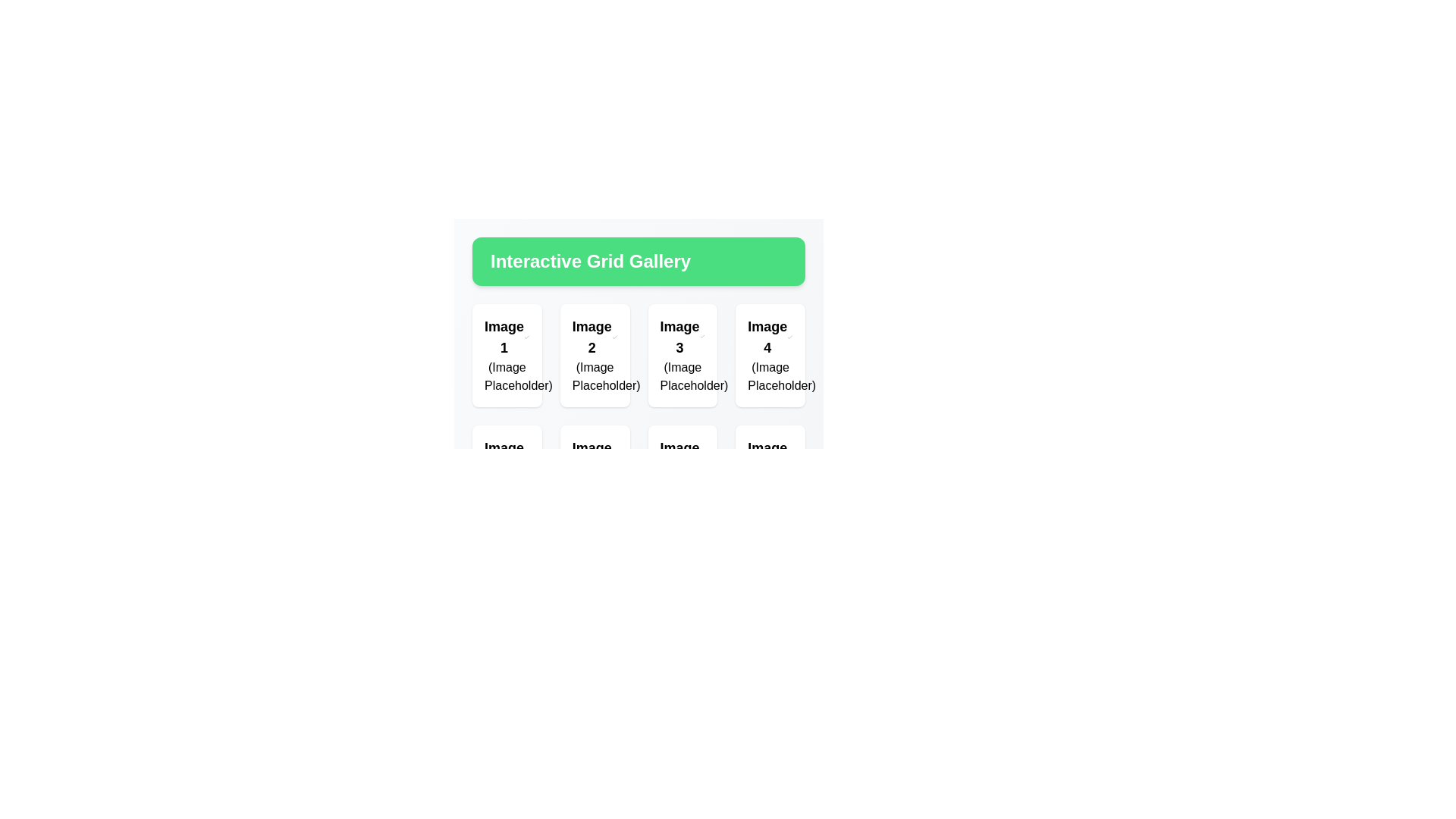 This screenshot has height=819, width=1456. What do you see at coordinates (590, 260) in the screenshot?
I see `title text element located horizontally centered near the top of the green rectangular section above the gallery grid` at bounding box center [590, 260].